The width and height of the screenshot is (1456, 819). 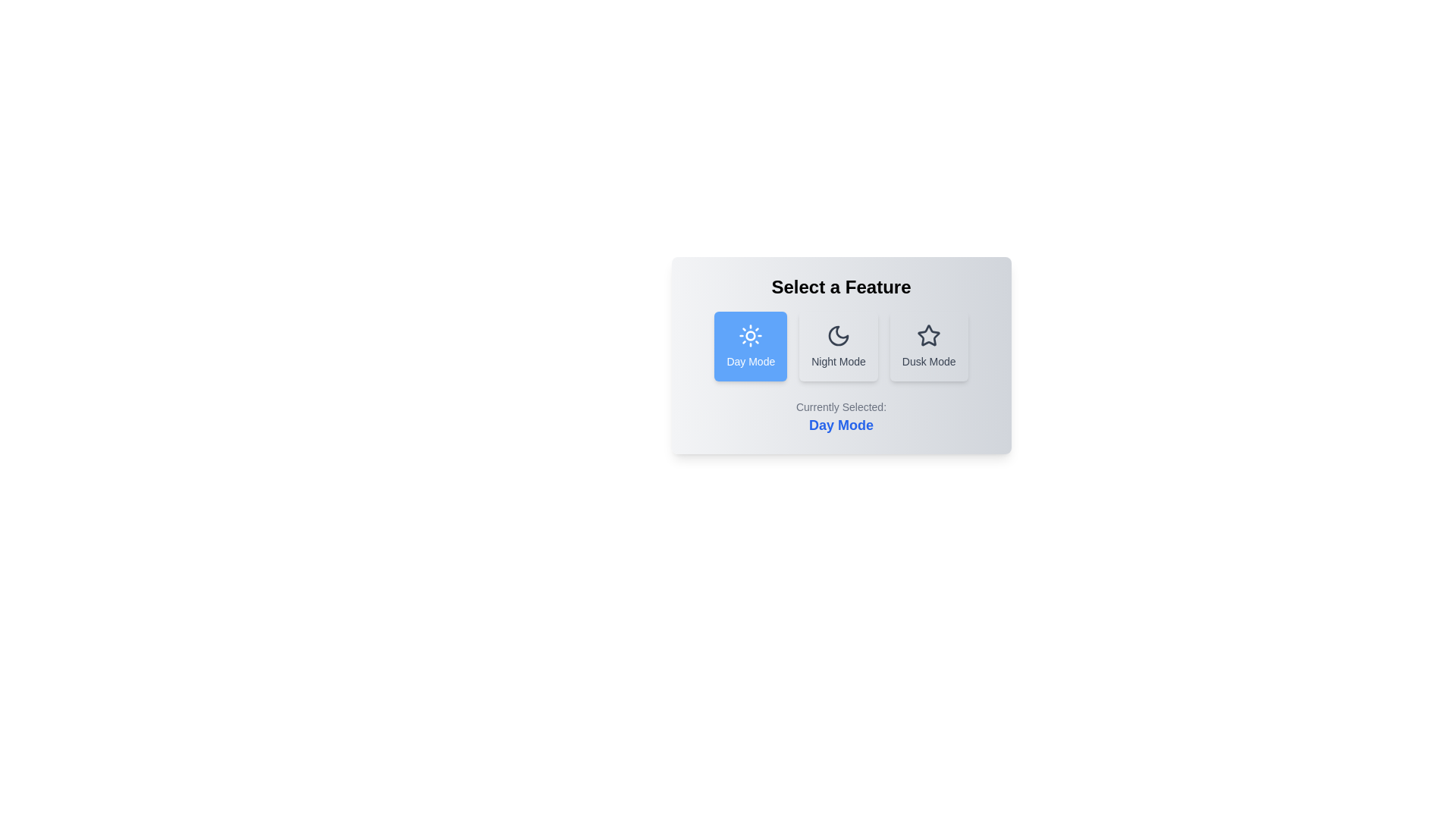 What do you see at coordinates (840, 287) in the screenshot?
I see `the text element Select a Feature for inspection` at bounding box center [840, 287].